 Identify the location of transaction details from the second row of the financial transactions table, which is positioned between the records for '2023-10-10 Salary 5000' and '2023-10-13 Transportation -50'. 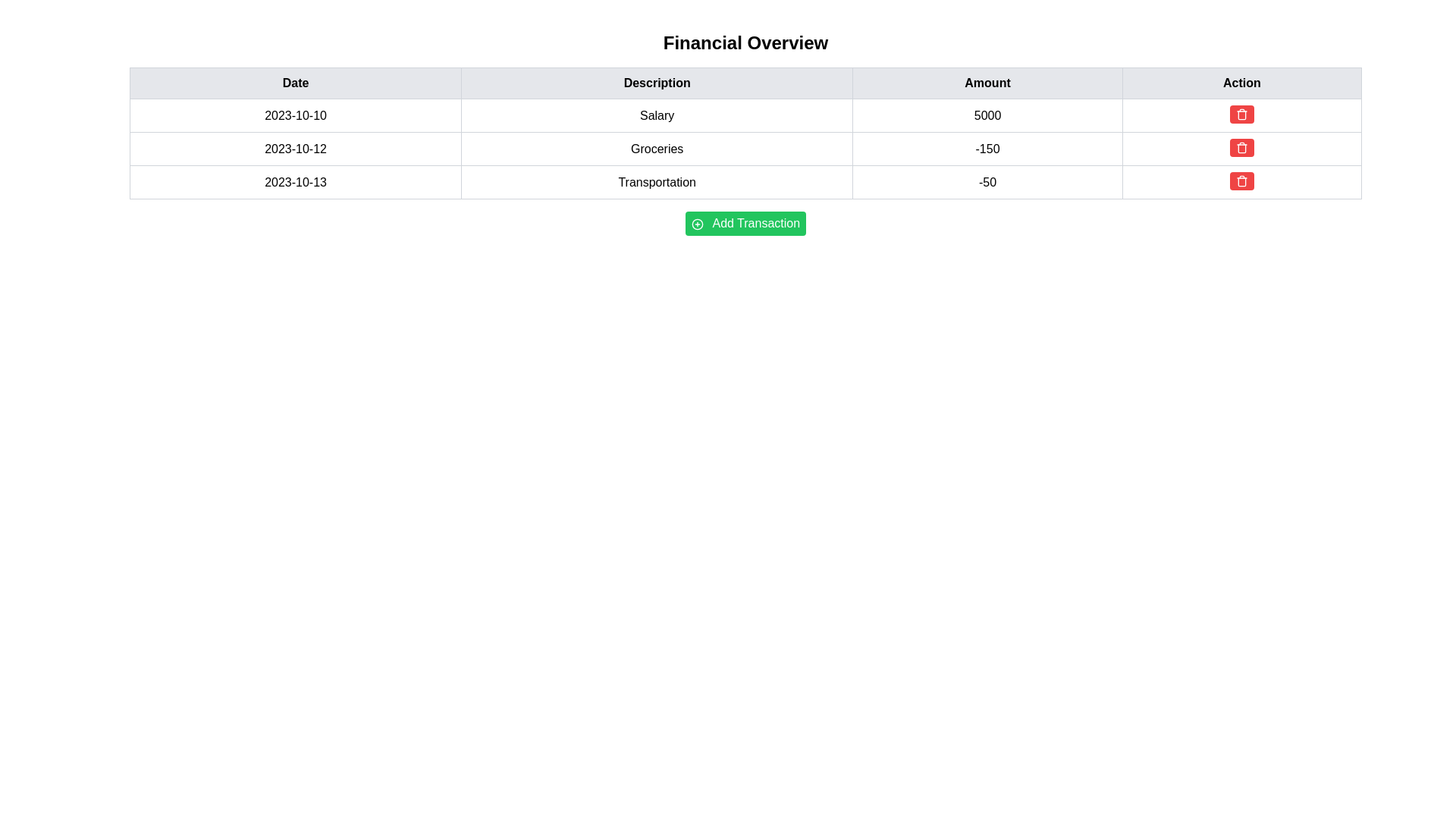
(745, 149).